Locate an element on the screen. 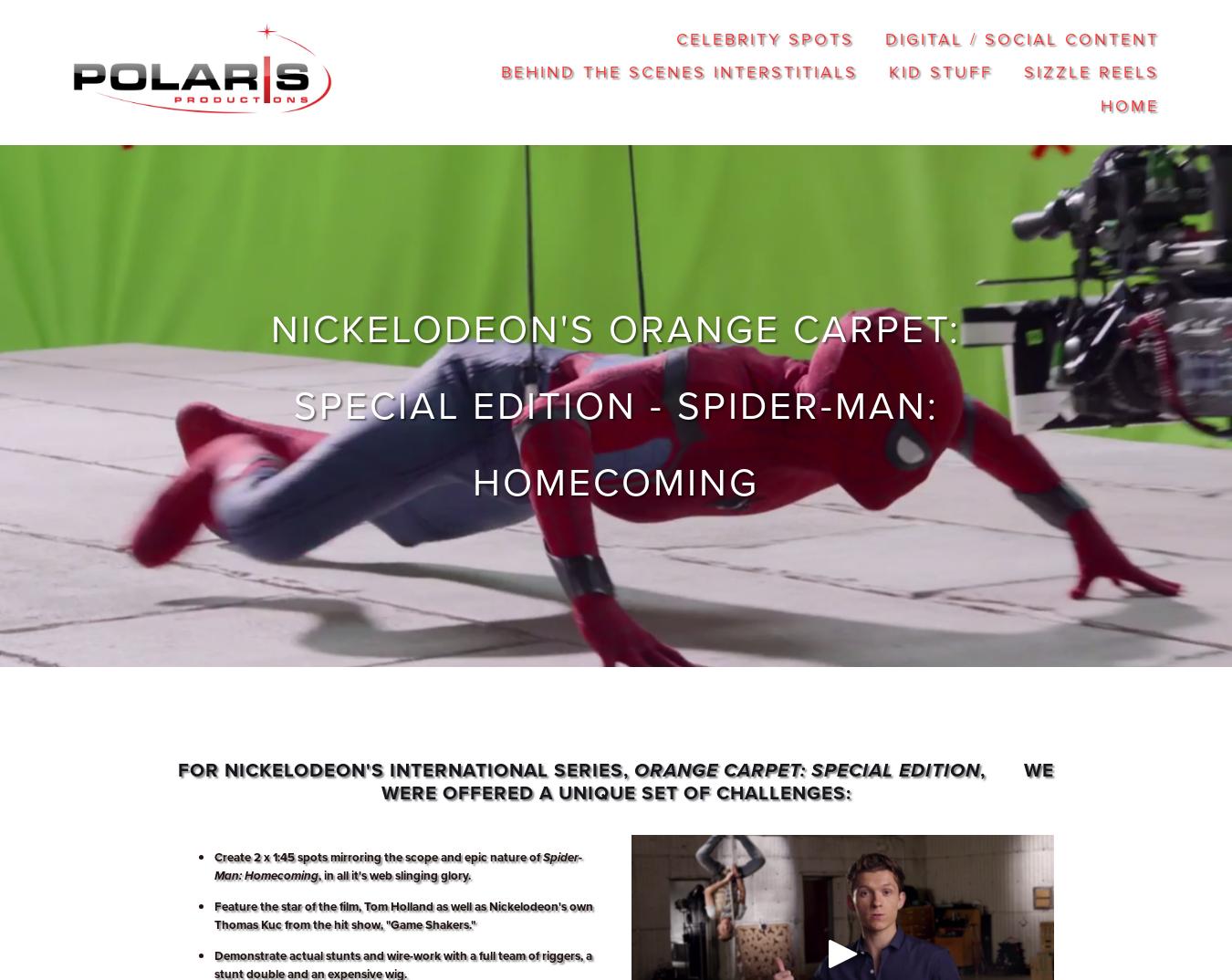 The width and height of the screenshot is (1232, 980). 'Nickelodeon's Orange Carpet: Special Edition - Spider-Man: Homecoming' is located at coordinates (616, 404).